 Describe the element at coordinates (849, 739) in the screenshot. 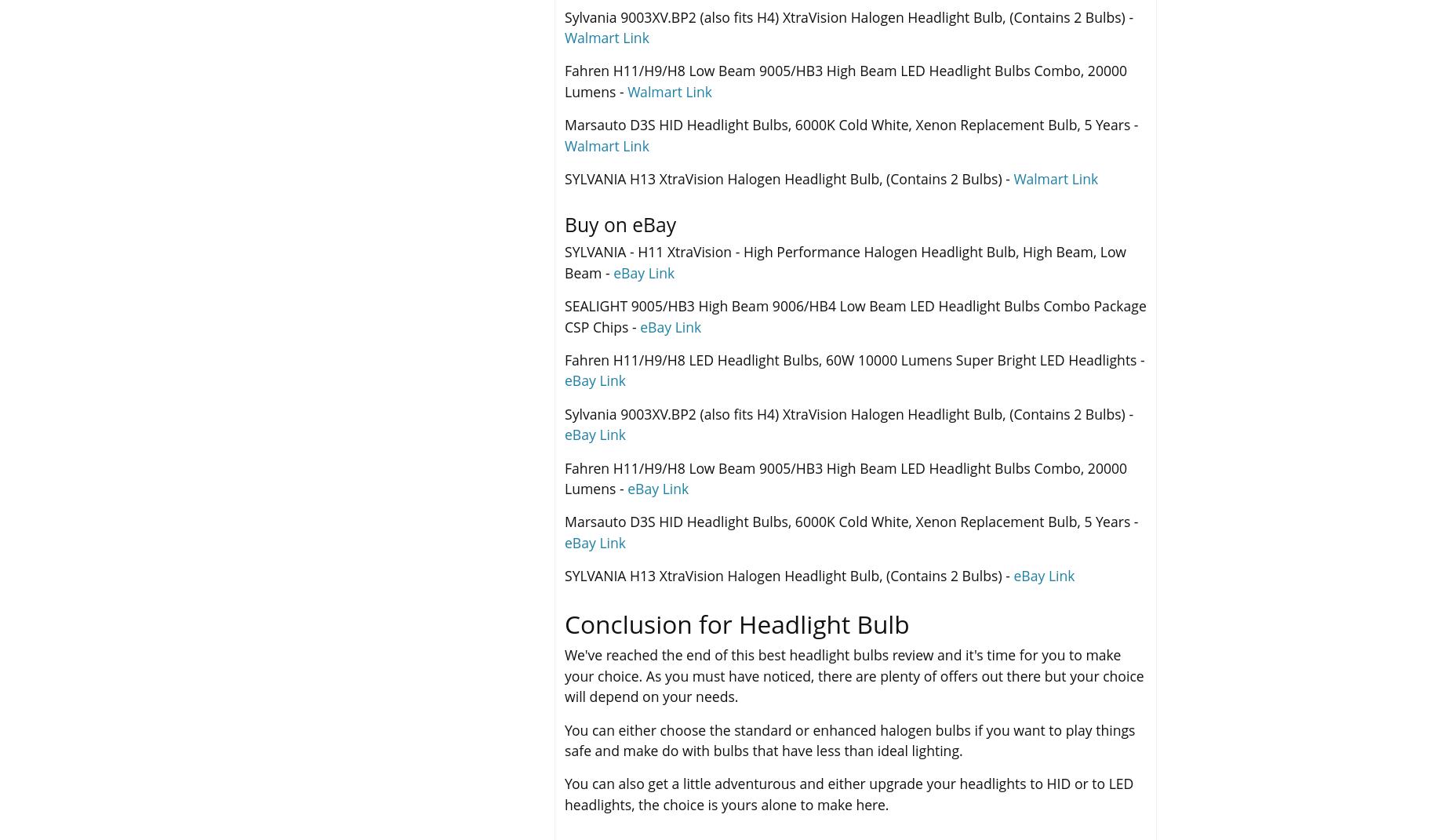

I see `'You can either choose the standard or enhanced halogen bulbs if you want to play things safe and make do with bulbs that have less than ideal lighting.'` at that location.